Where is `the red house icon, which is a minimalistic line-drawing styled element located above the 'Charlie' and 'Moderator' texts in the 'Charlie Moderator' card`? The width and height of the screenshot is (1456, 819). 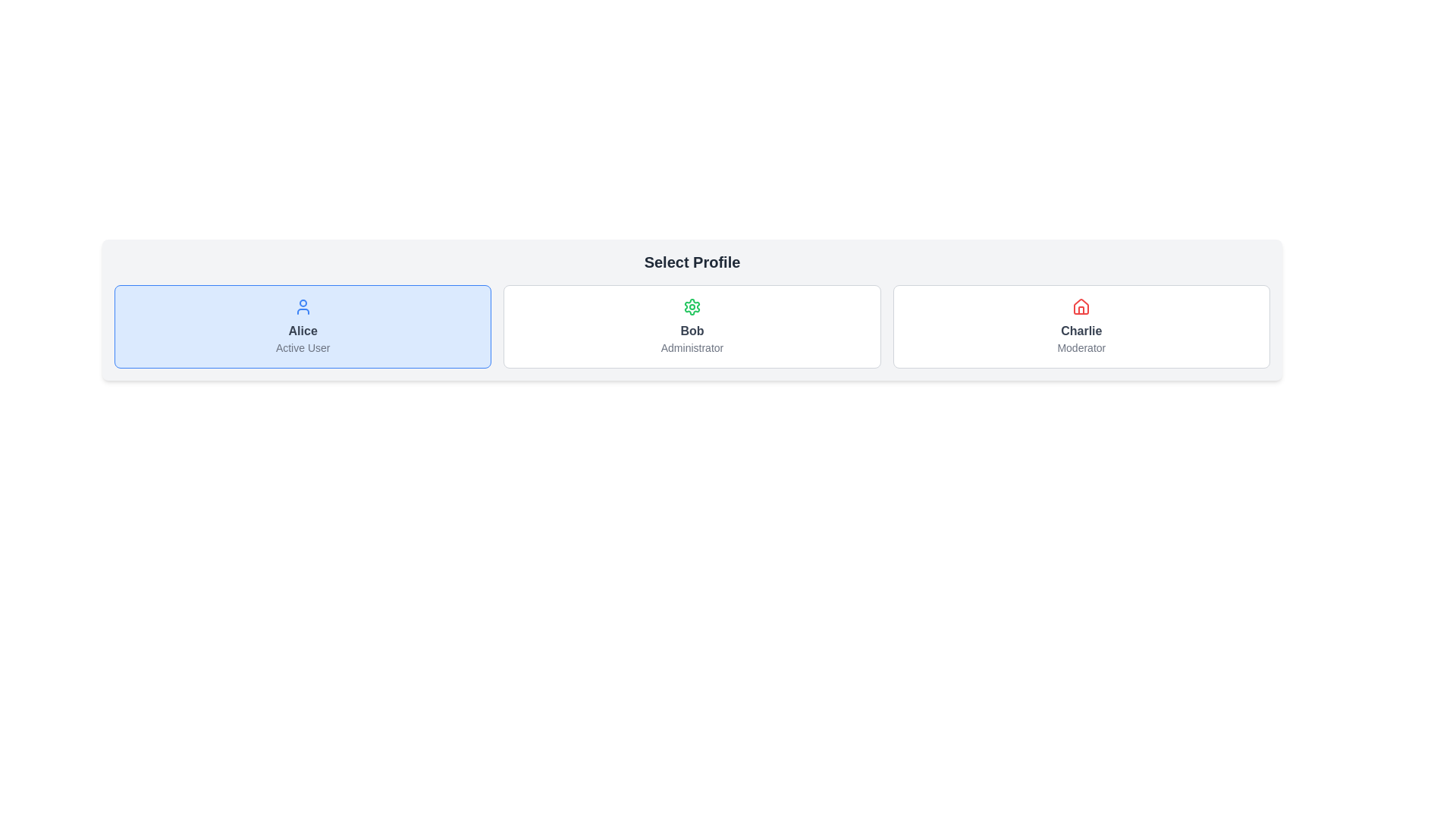
the red house icon, which is a minimalistic line-drawing styled element located above the 'Charlie' and 'Moderator' texts in the 'Charlie Moderator' card is located at coordinates (1081, 307).